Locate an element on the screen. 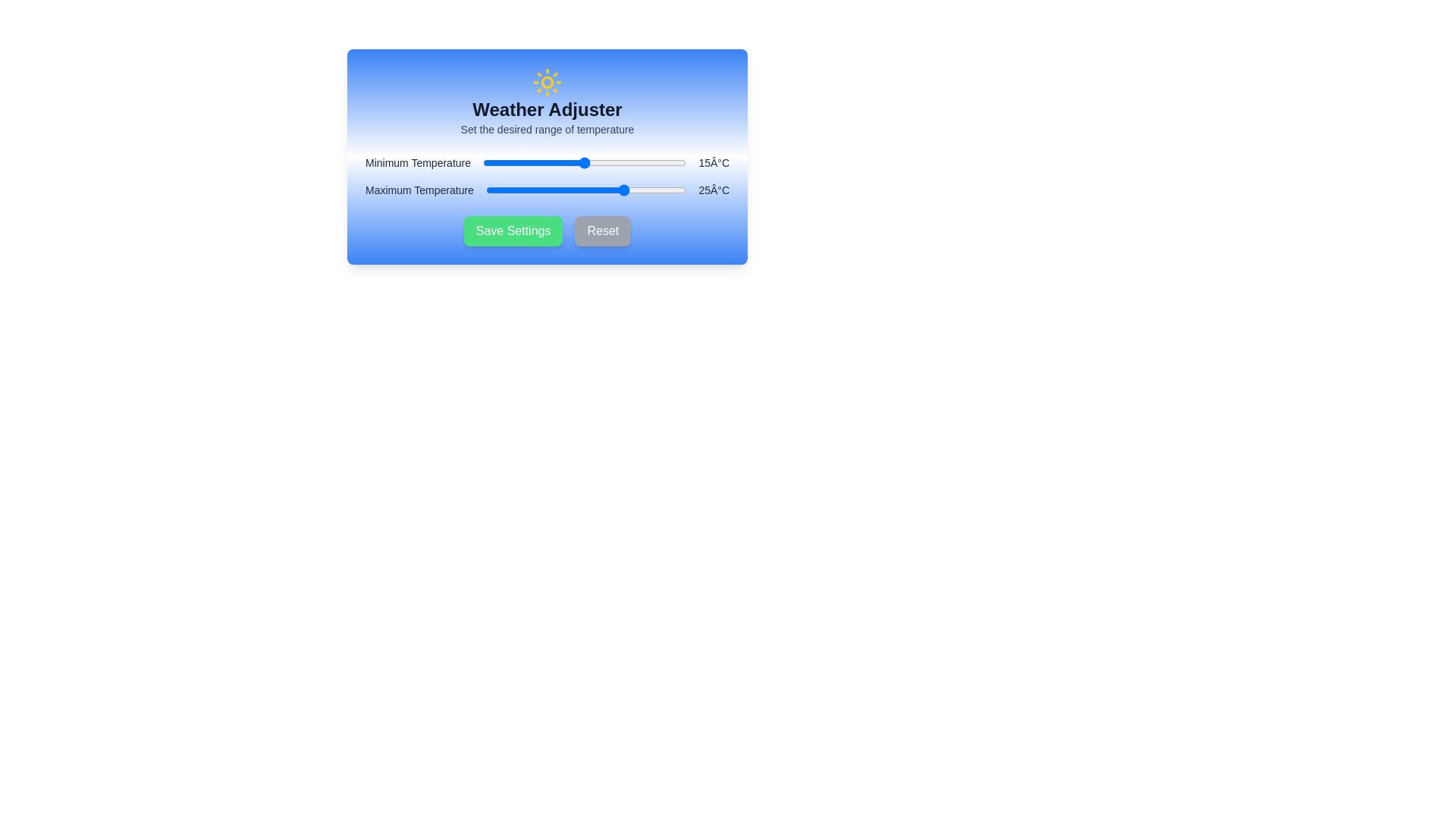 The height and width of the screenshot is (819, 1456). the 'Save Settings' button is located at coordinates (513, 231).